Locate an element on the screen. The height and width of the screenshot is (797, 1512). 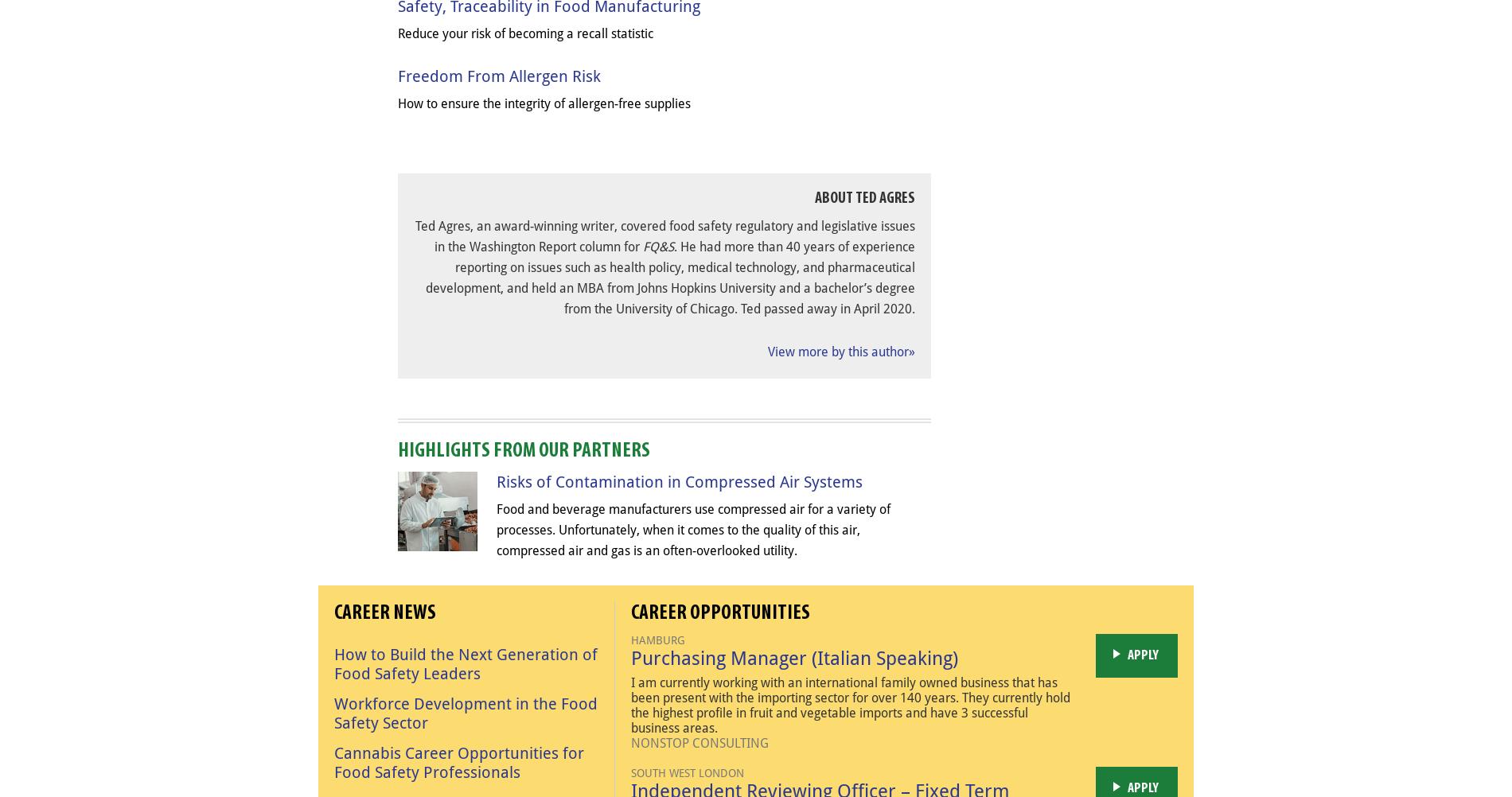
'magazine.' is located at coordinates (757, 429).